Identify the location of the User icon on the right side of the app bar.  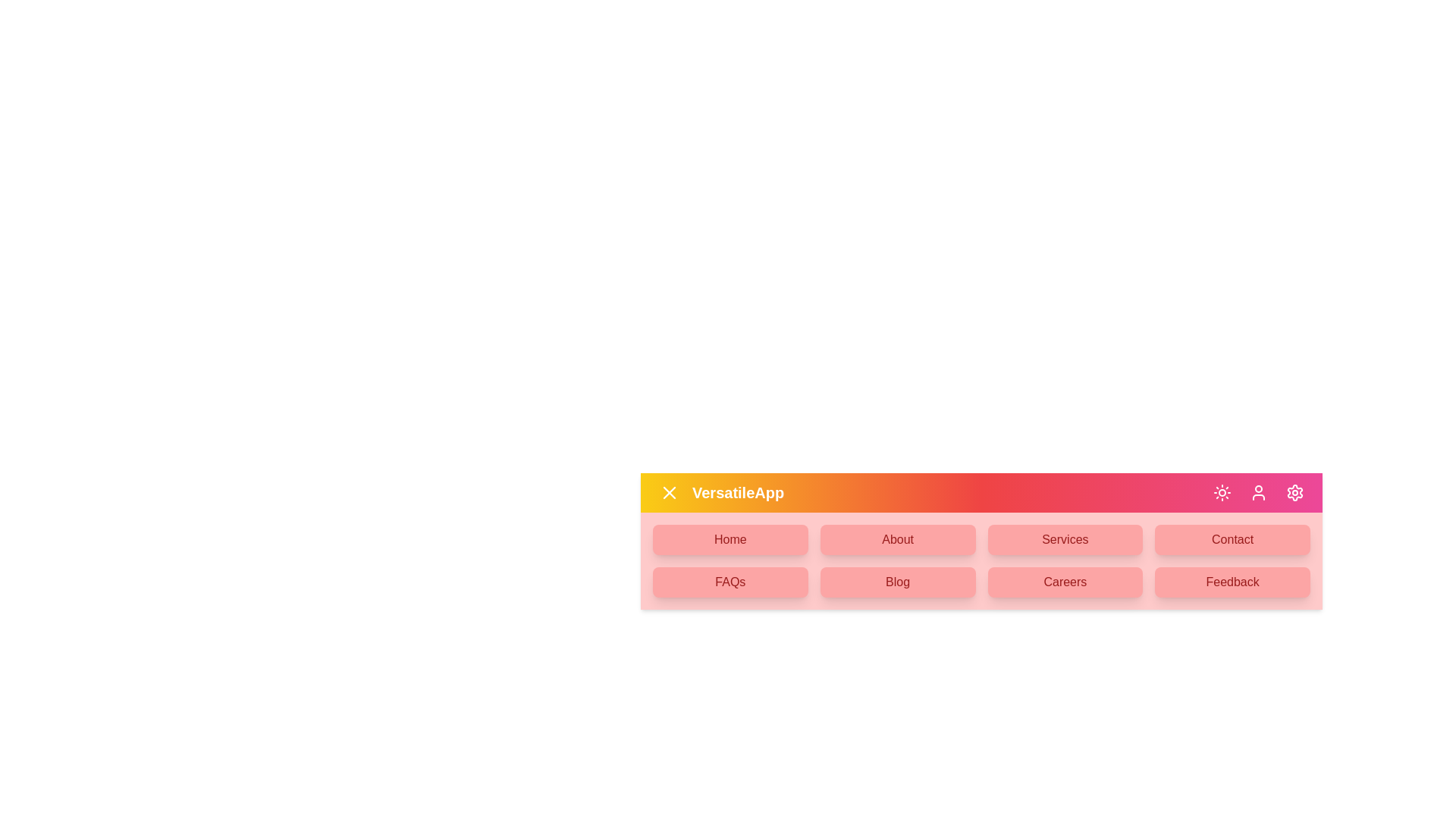
(1259, 493).